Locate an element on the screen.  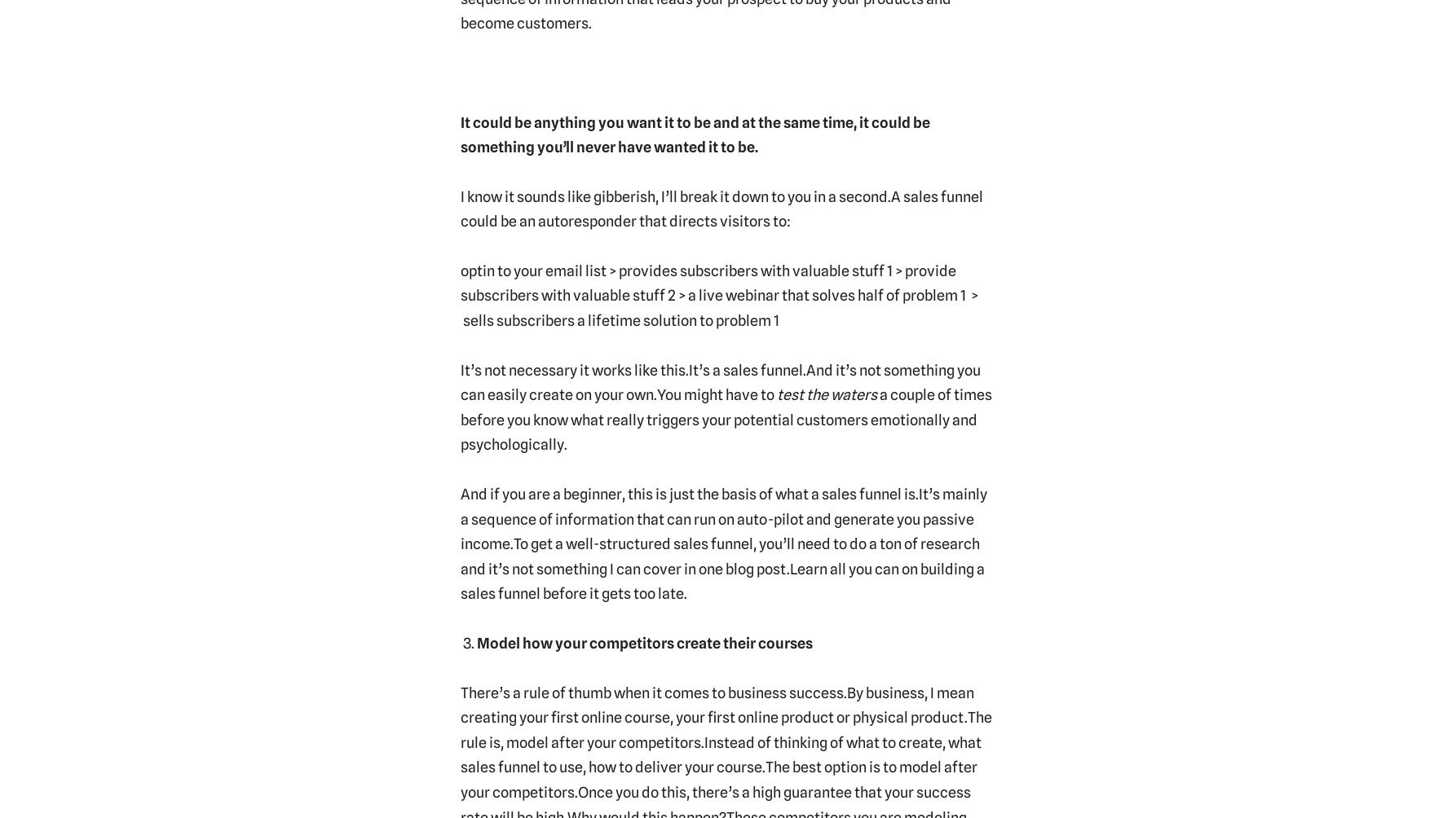
'I know it sounds like gibberish, I’ll break it down to you in a second.' is located at coordinates (673, 195).